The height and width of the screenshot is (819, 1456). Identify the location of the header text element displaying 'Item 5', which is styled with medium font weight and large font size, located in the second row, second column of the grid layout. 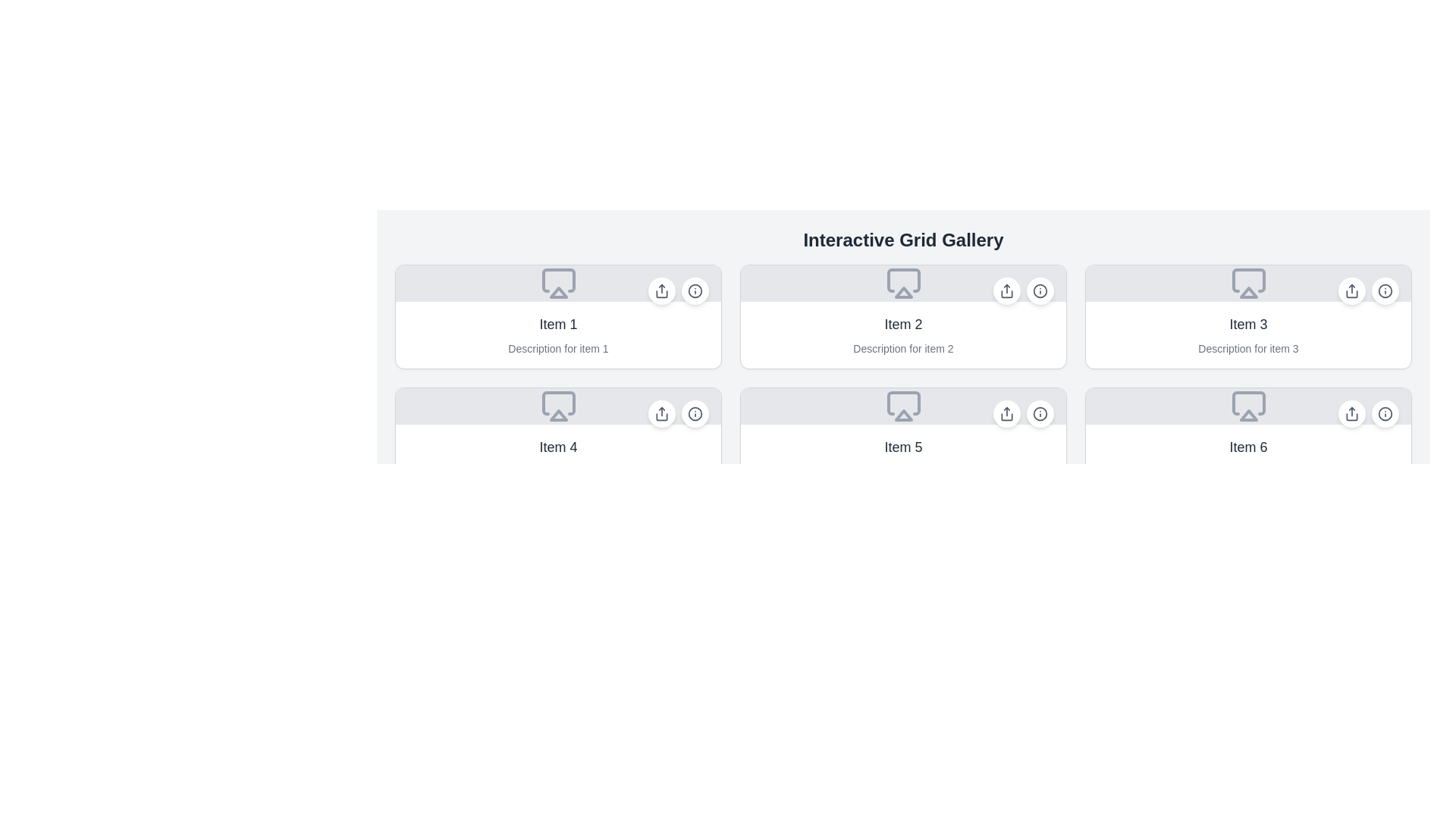
(903, 447).